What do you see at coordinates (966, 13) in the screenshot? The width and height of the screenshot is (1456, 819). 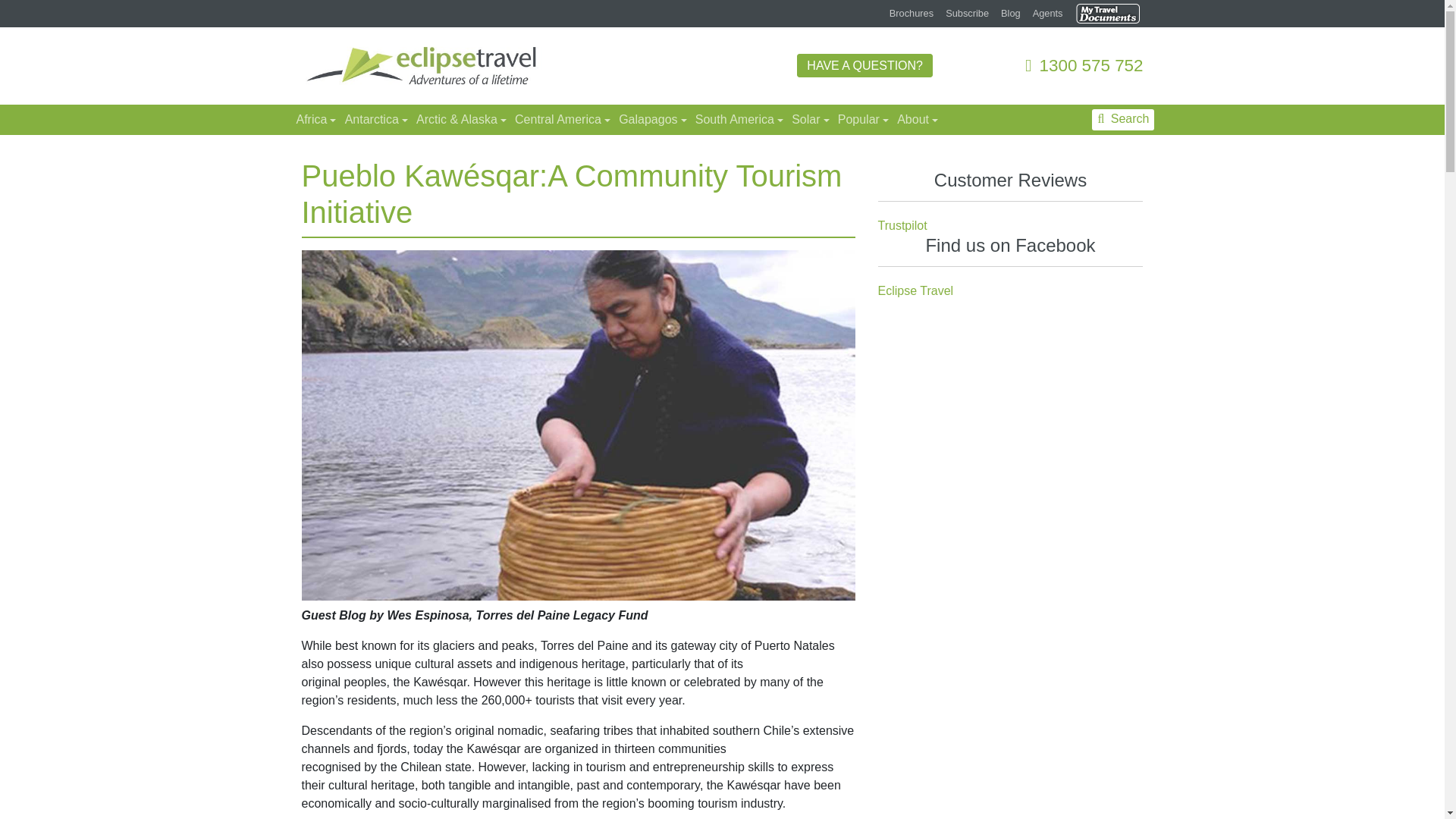 I see `'Subscribe'` at bounding box center [966, 13].